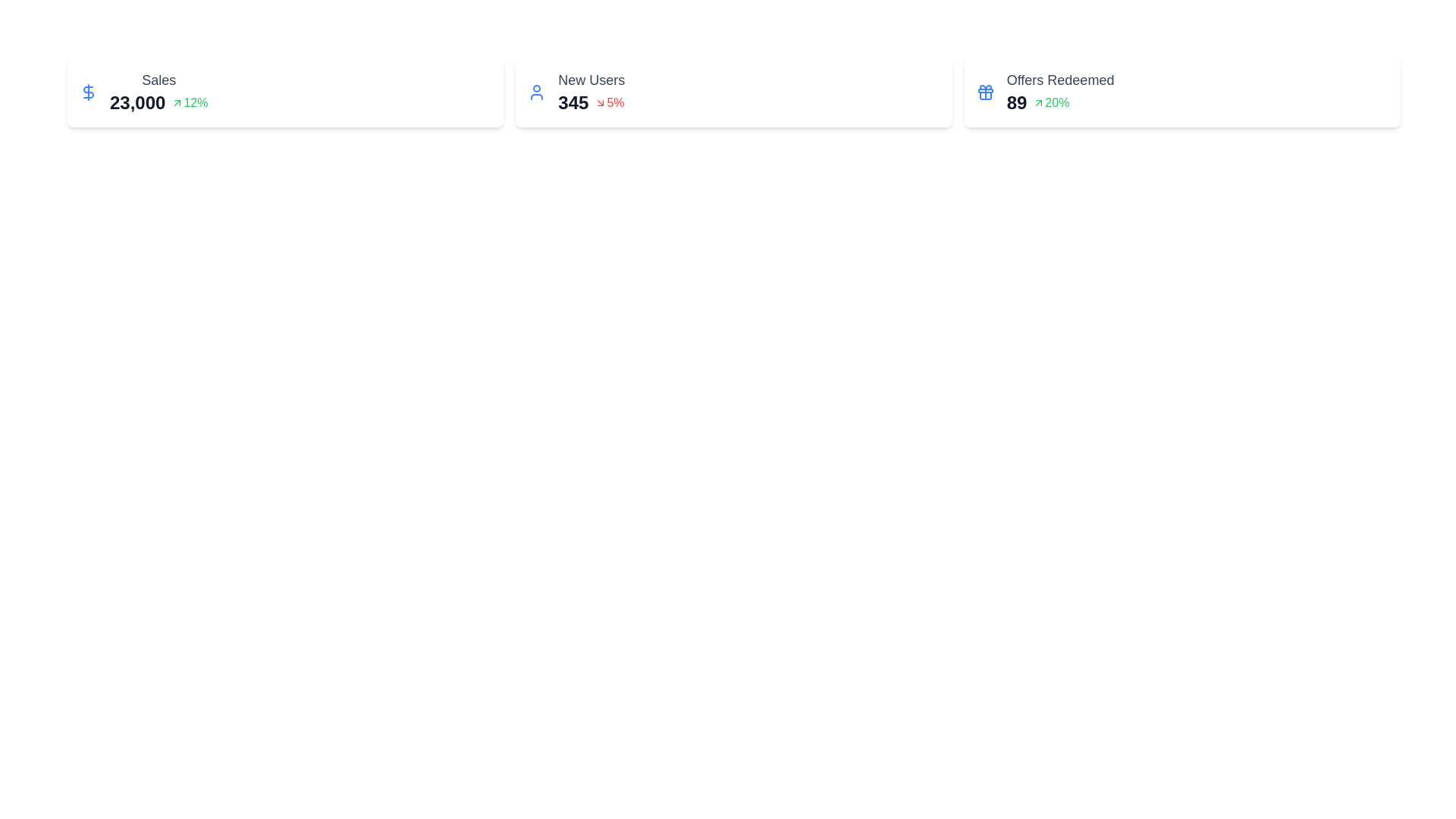 The width and height of the screenshot is (1456, 819). I want to click on the text element displaying sales data, located beneath a dollar icon and 'Sales' label within a summary card, so click(137, 102).